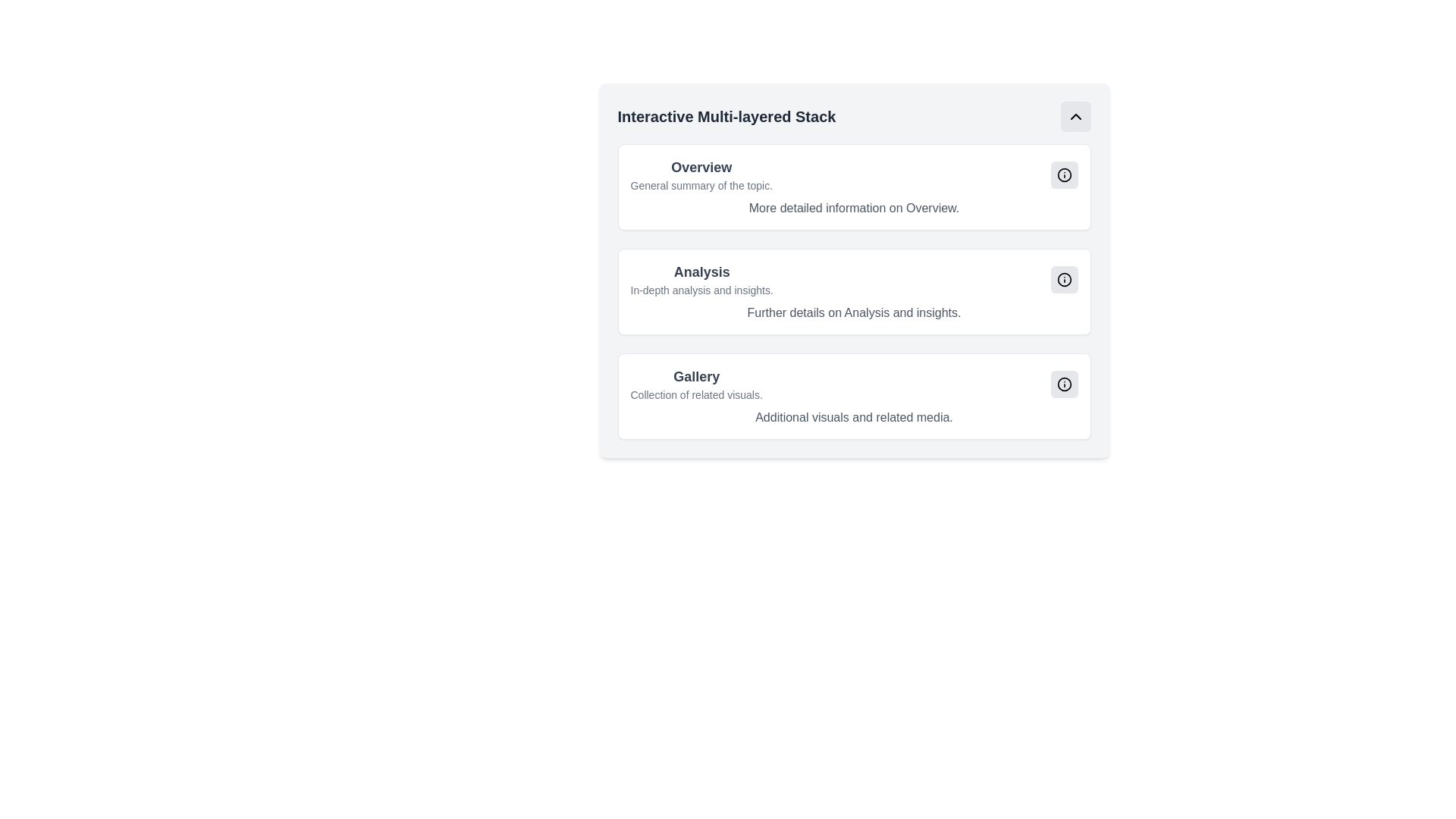 The image size is (1456, 819). What do you see at coordinates (1063, 174) in the screenshot?
I see `the interactive information tooltip icon located at the right end of the 'Overview' section` at bounding box center [1063, 174].